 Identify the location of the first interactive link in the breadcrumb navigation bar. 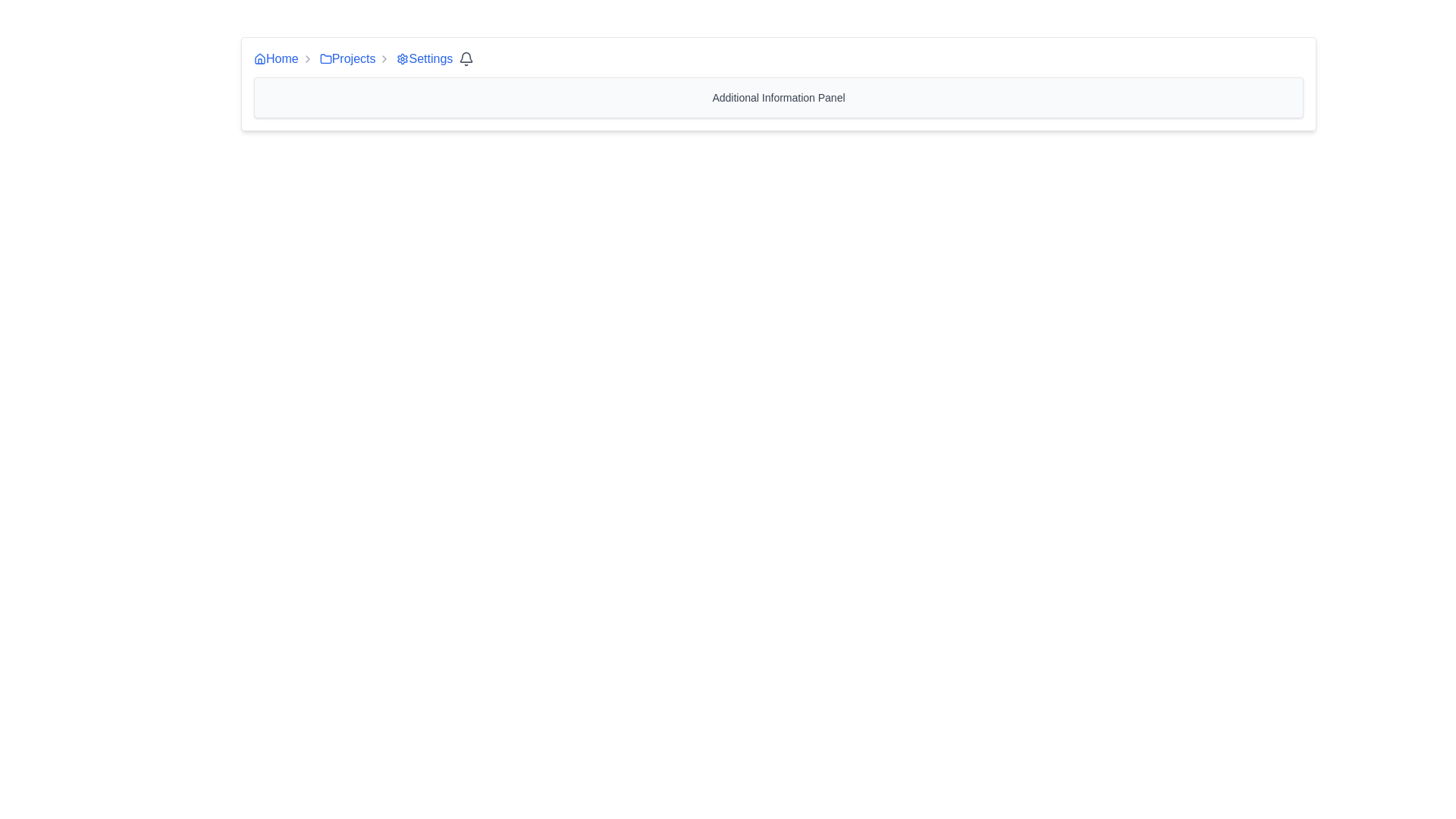
(276, 58).